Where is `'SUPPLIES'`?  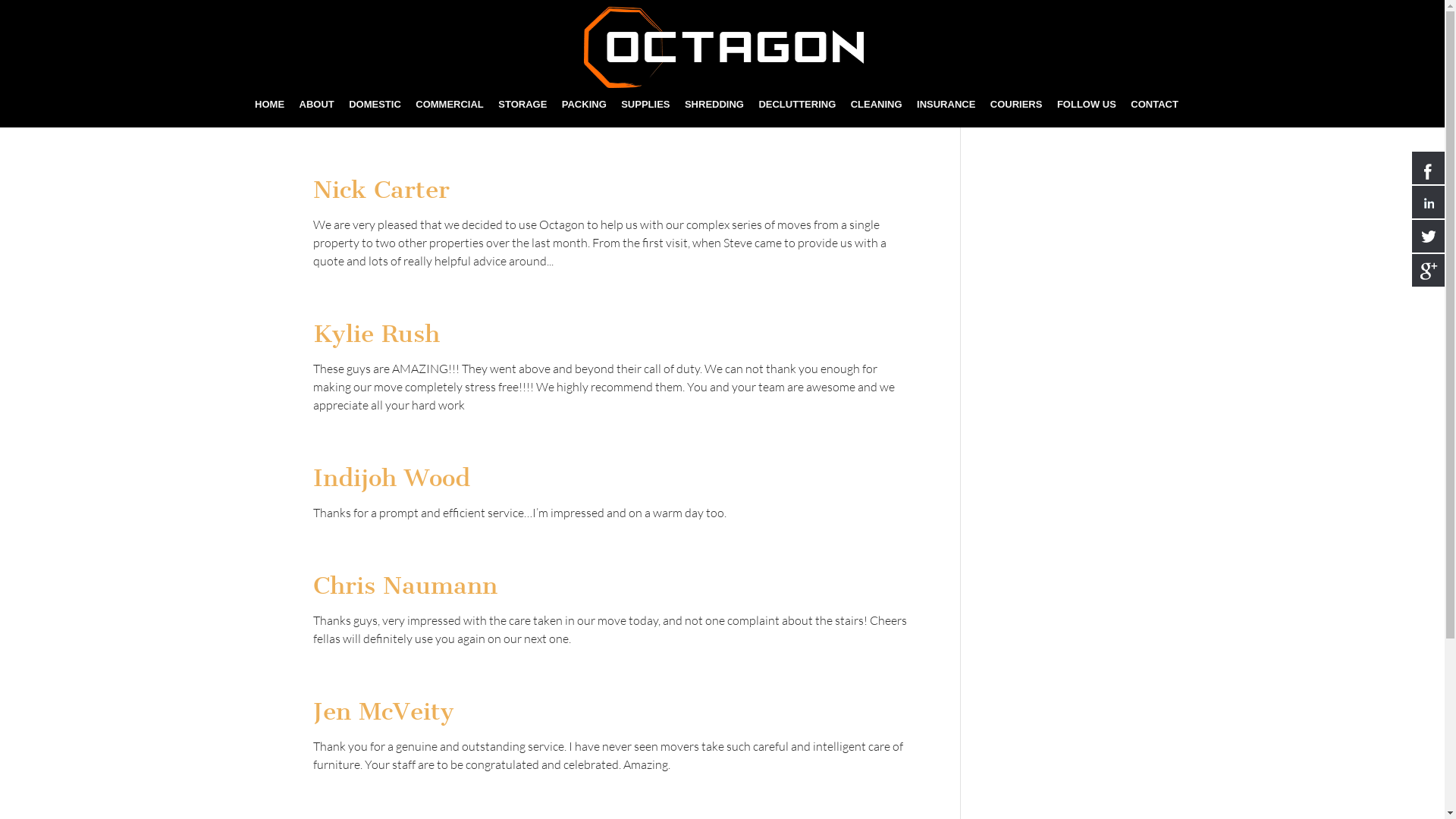
'SUPPLIES' is located at coordinates (621, 112).